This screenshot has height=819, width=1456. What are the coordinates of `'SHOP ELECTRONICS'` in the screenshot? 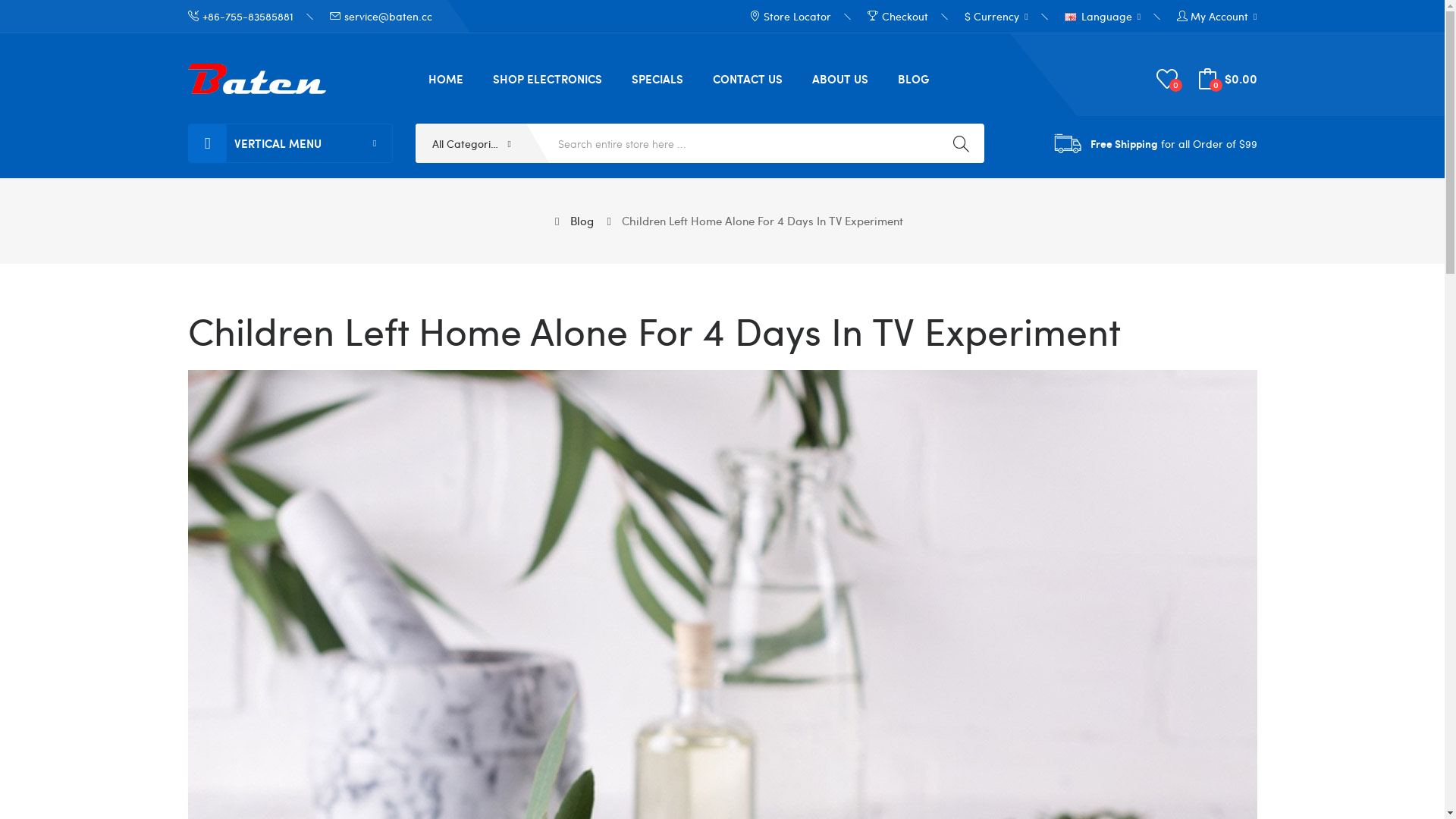 It's located at (546, 78).